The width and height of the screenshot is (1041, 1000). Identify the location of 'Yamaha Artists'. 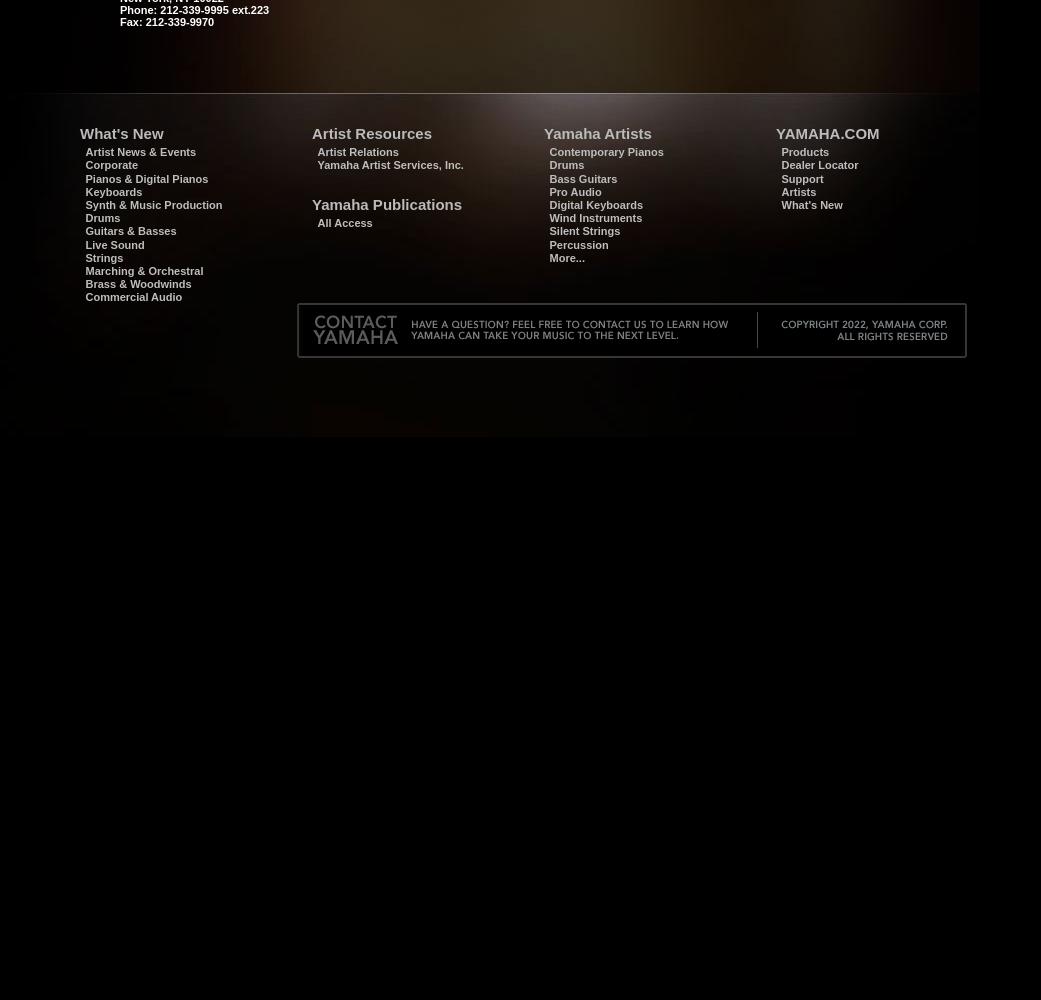
(597, 133).